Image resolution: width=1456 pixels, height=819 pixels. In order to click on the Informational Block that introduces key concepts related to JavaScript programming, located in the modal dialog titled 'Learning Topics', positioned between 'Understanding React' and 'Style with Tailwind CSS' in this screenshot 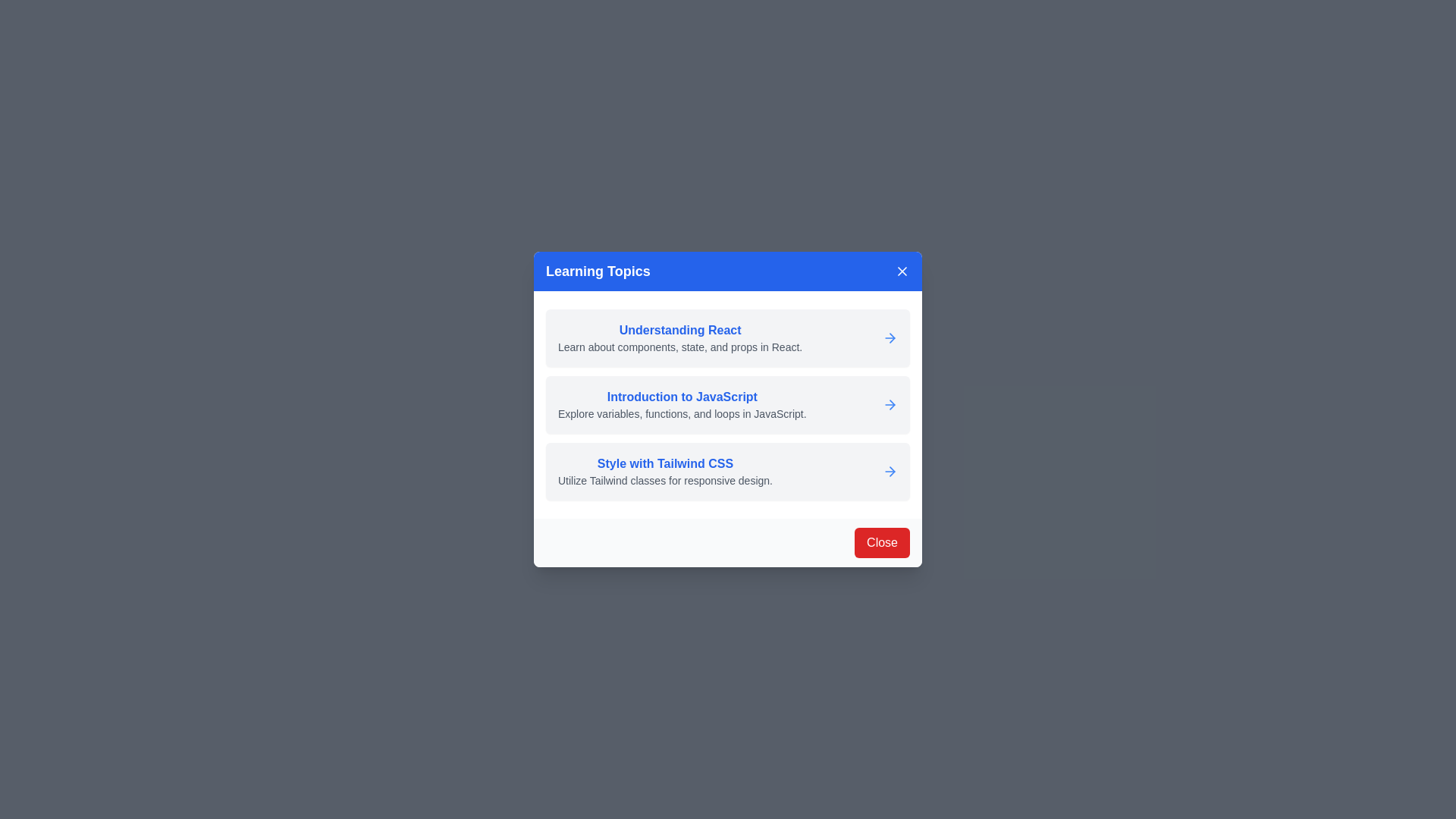, I will do `click(728, 403)`.